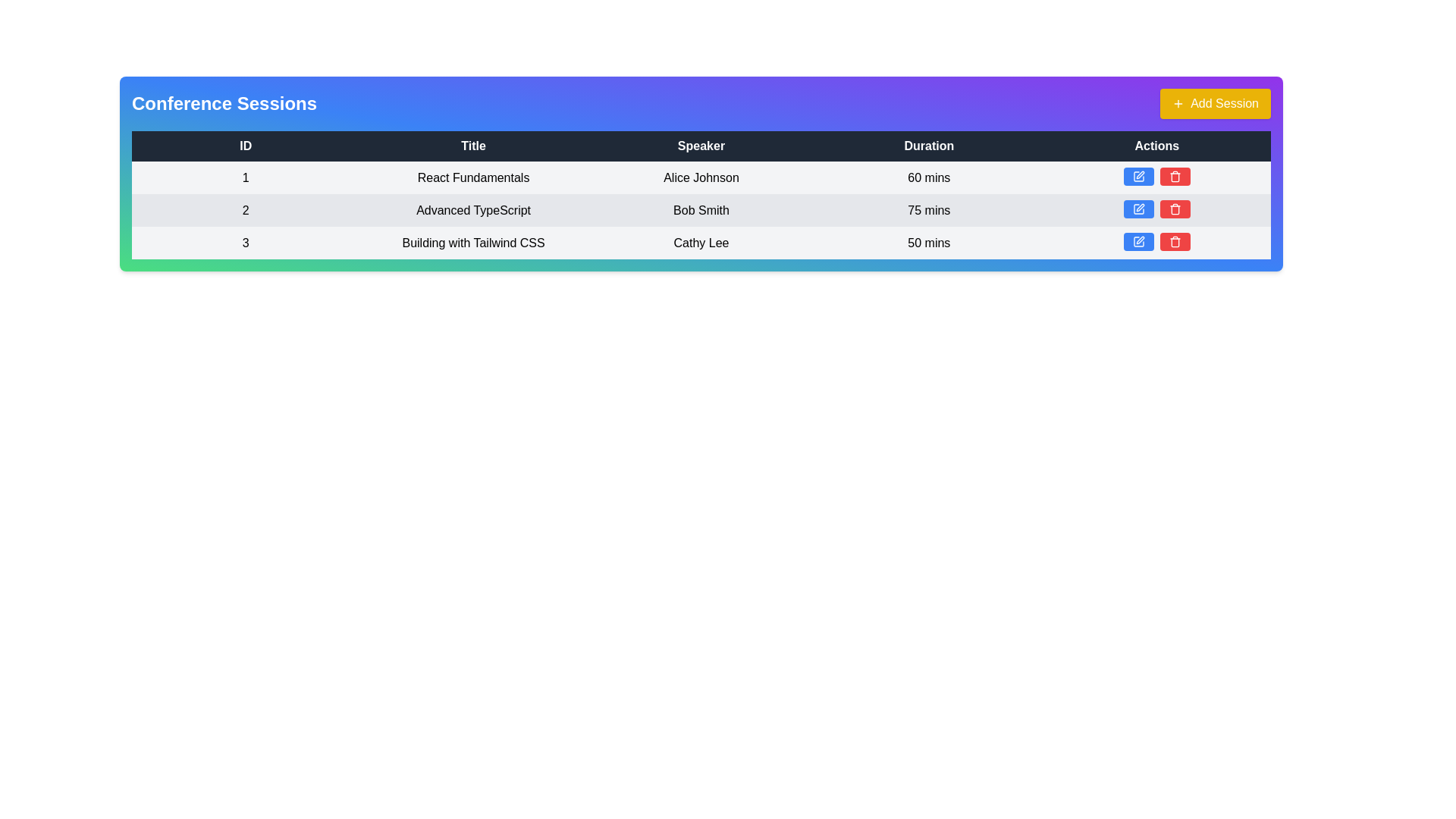  Describe the element at coordinates (1174, 175) in the screenshot. I see `the small rectangular button with a red background and a white trash can icon, located in the 'Actions' column of the table` at that location.